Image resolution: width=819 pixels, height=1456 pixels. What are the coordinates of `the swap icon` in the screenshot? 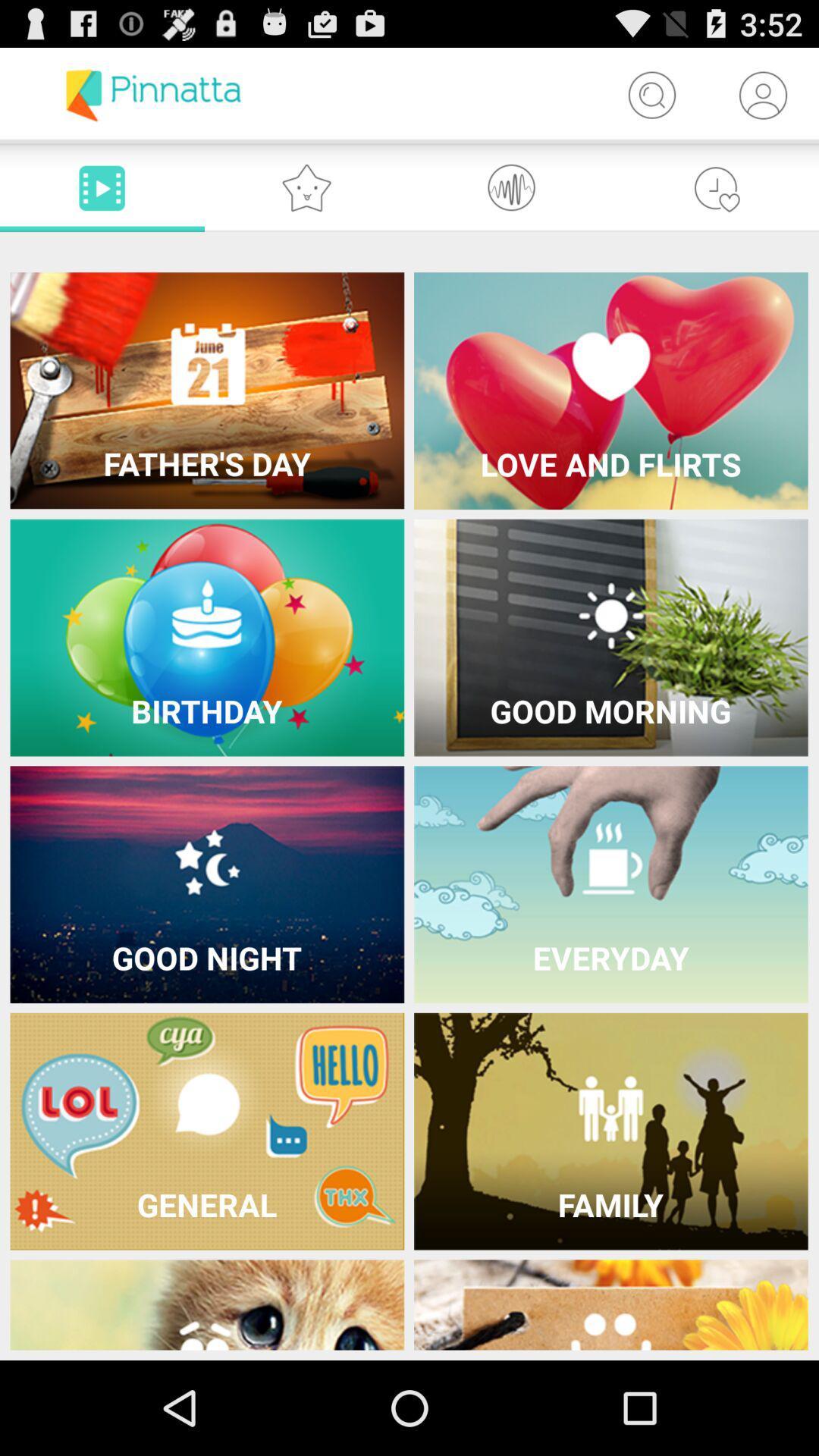 It's located at (512, 199).